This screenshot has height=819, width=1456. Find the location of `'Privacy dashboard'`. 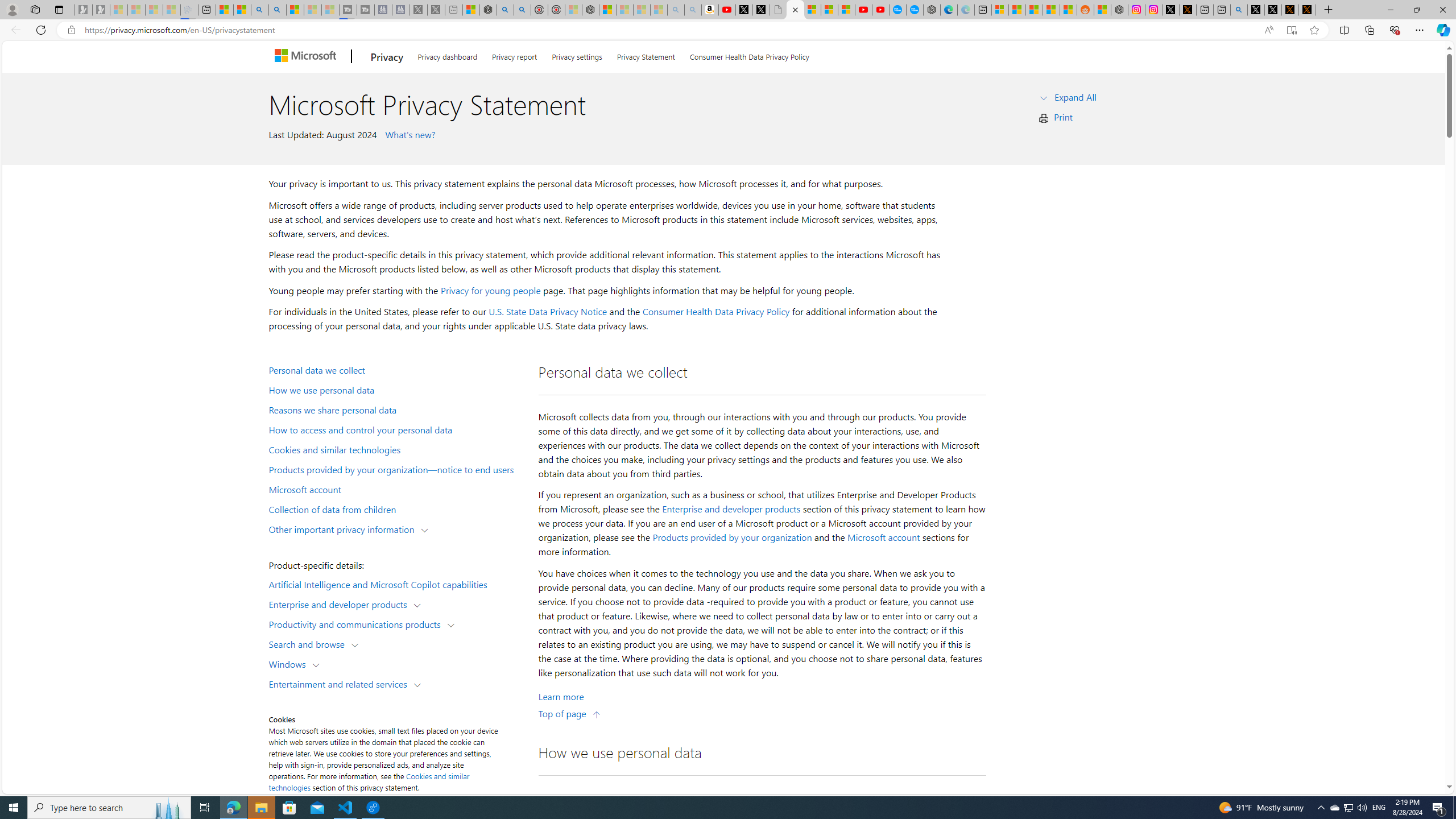

'Privacy dashboard' is located at coordinates (447, 55).